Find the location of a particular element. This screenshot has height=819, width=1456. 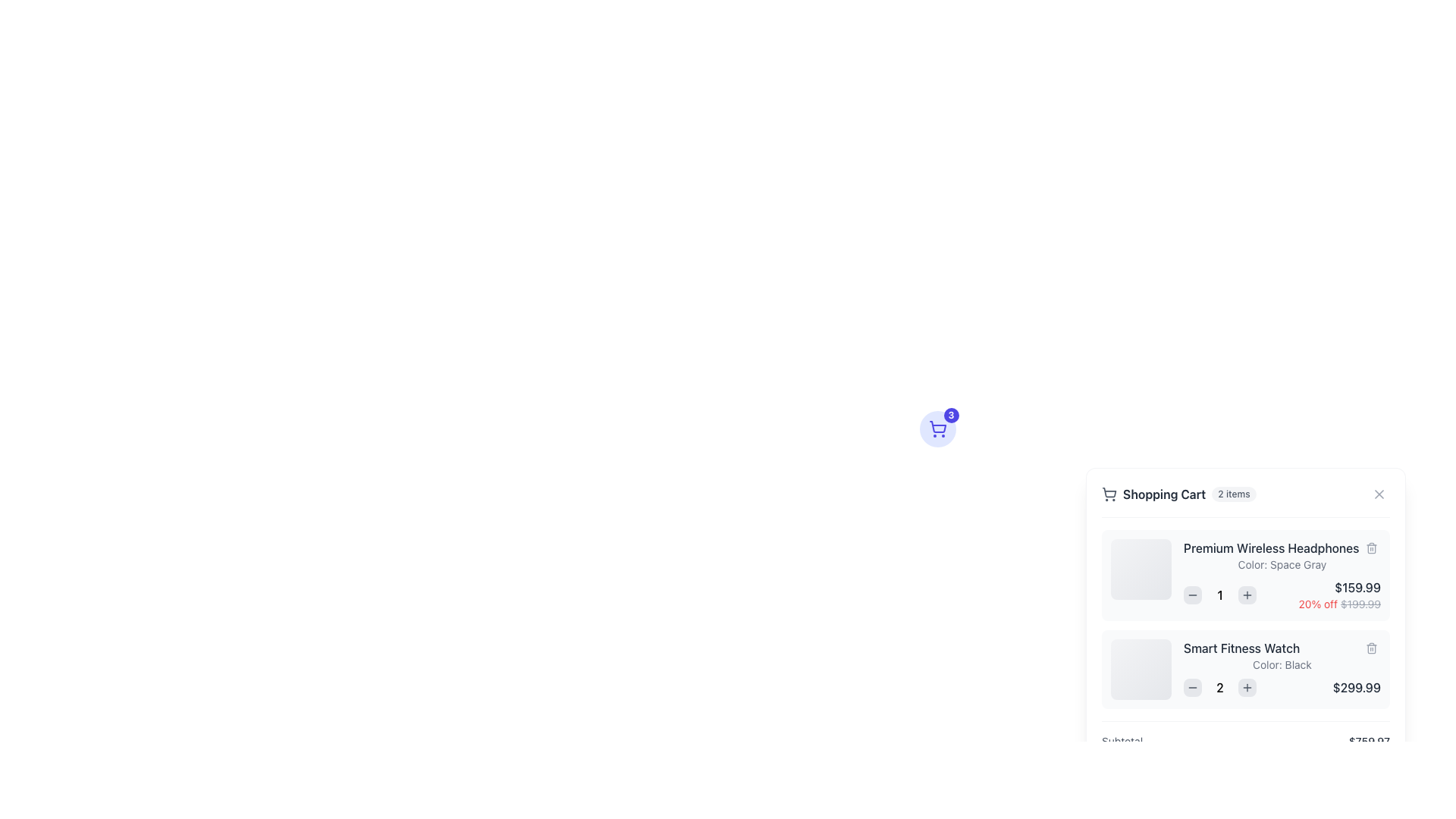

the visual line element that is part of the trash bin icon representing a delete action, located in the shopping cart interface next to 'Premium Wireless Headphones' is located at coordinates (1372, 648).